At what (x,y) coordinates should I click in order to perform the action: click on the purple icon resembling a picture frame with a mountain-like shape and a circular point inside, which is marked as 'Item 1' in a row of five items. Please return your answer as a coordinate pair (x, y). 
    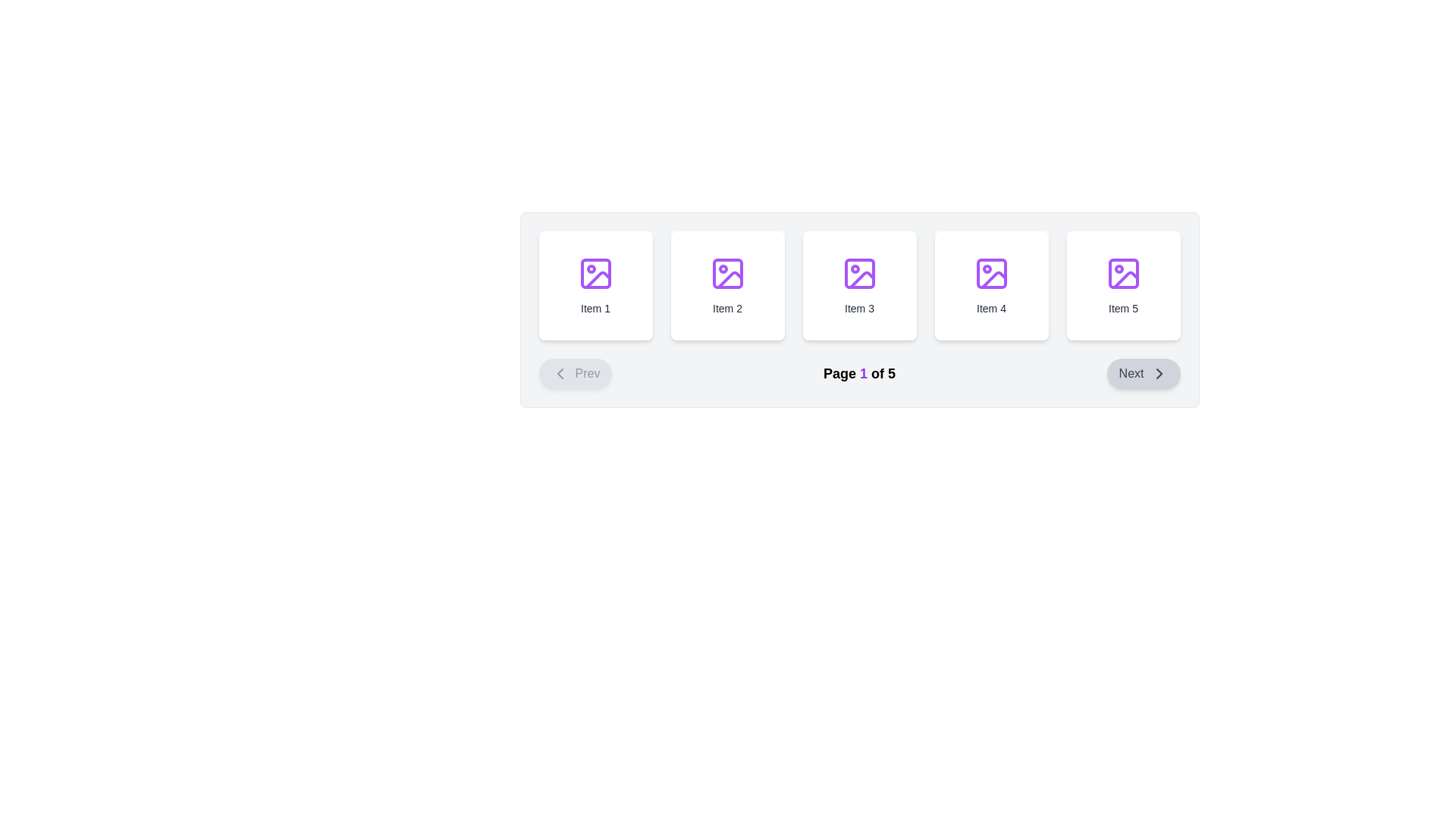
    Looking at the image, I should click on (595, 274).